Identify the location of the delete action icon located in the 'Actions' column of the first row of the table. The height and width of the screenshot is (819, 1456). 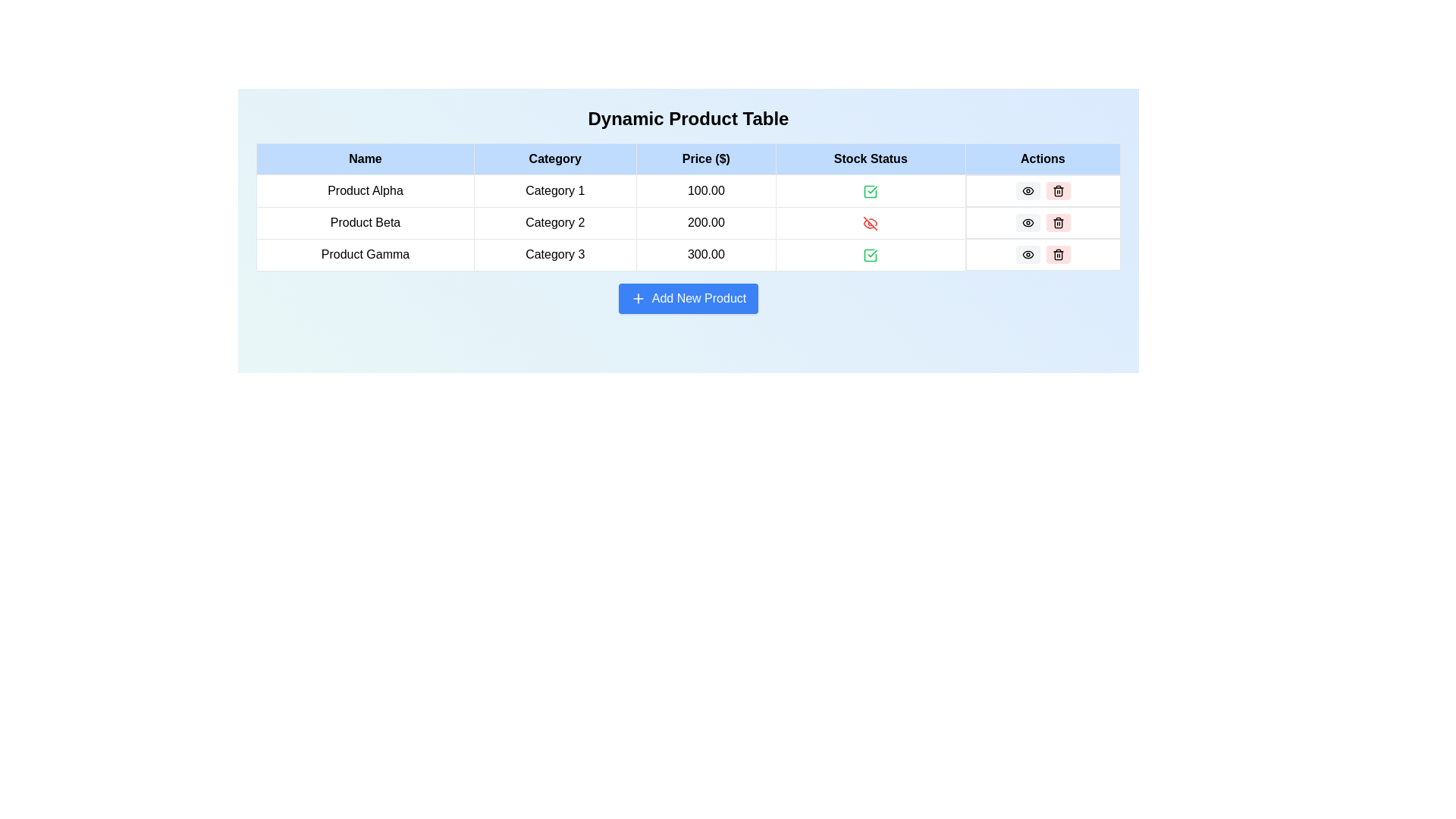
(1057, 190).